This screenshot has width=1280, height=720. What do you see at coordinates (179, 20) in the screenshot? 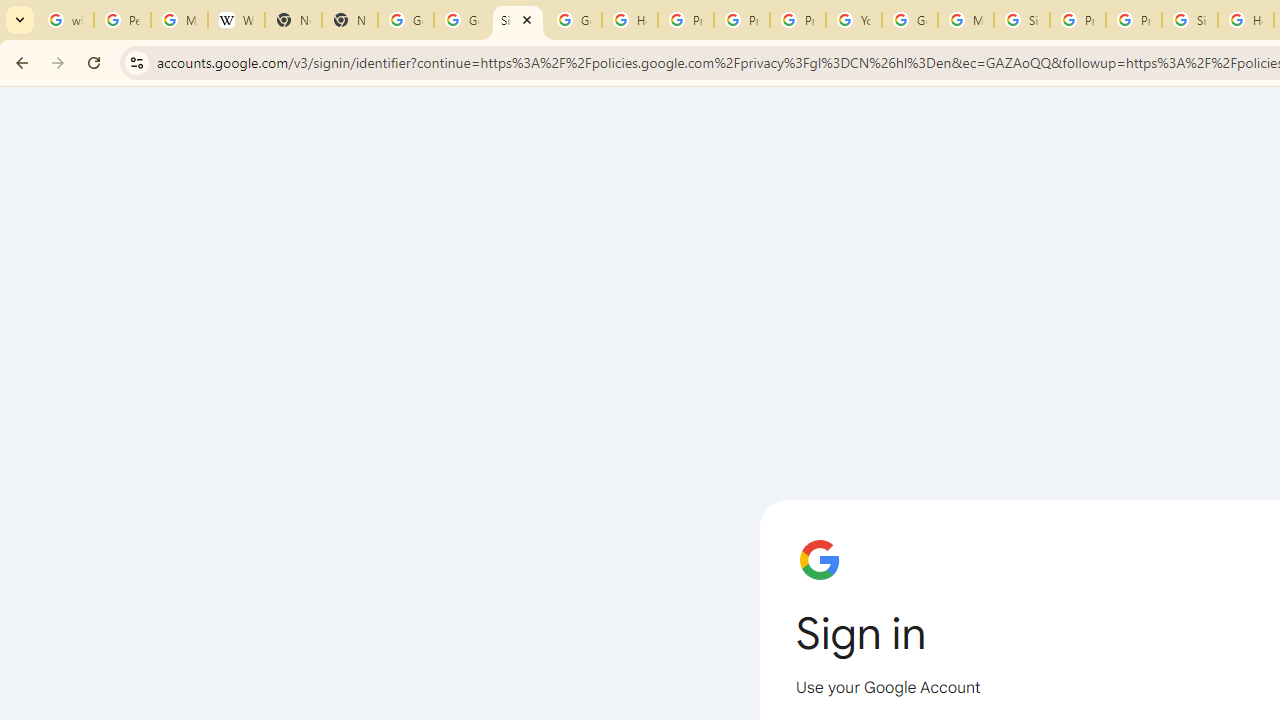
I see `'Manage your Location History - Google Search Help'` at bounding box center [179, 20].